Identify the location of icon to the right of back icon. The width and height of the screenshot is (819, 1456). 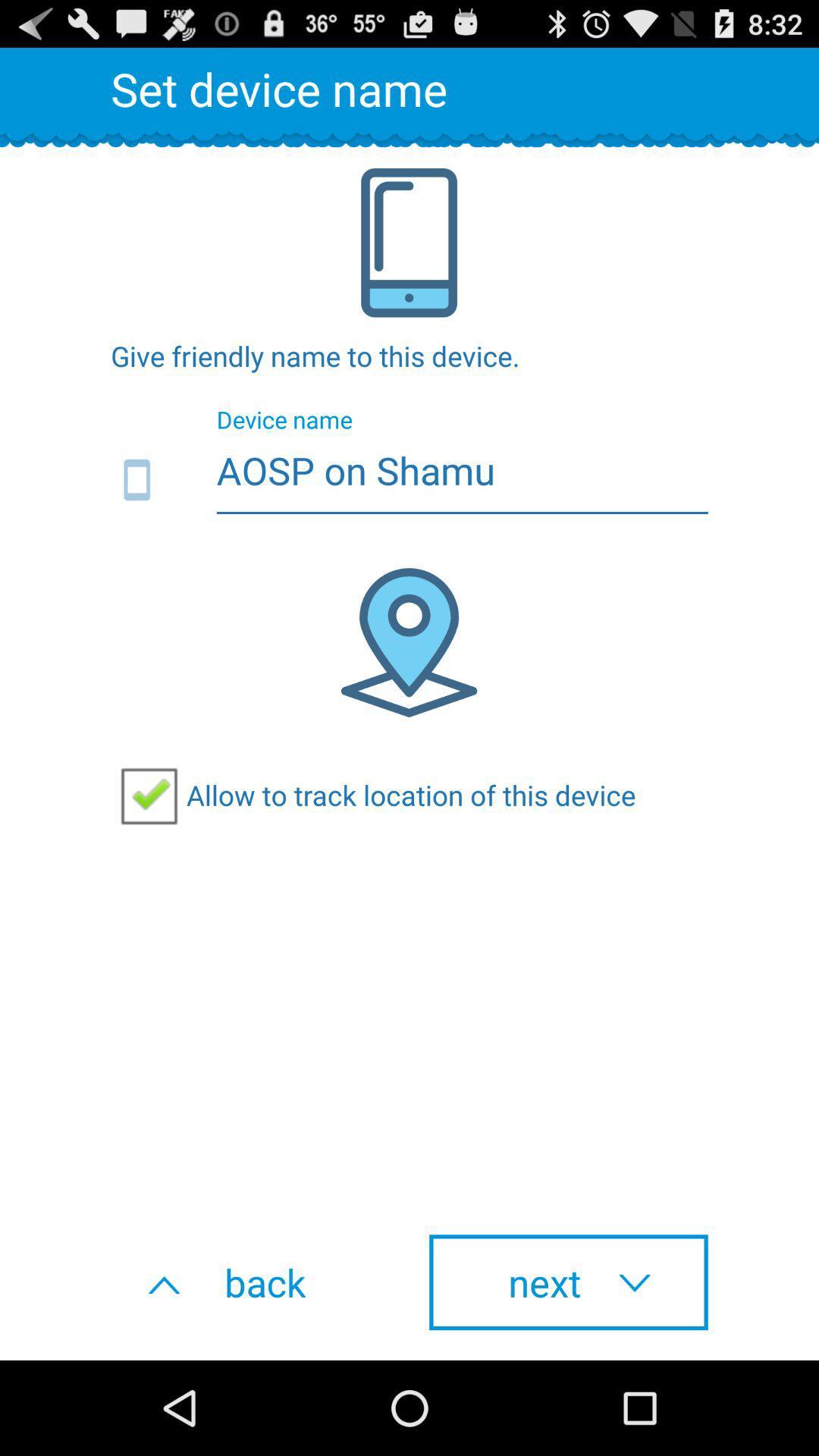
(568, 1282).